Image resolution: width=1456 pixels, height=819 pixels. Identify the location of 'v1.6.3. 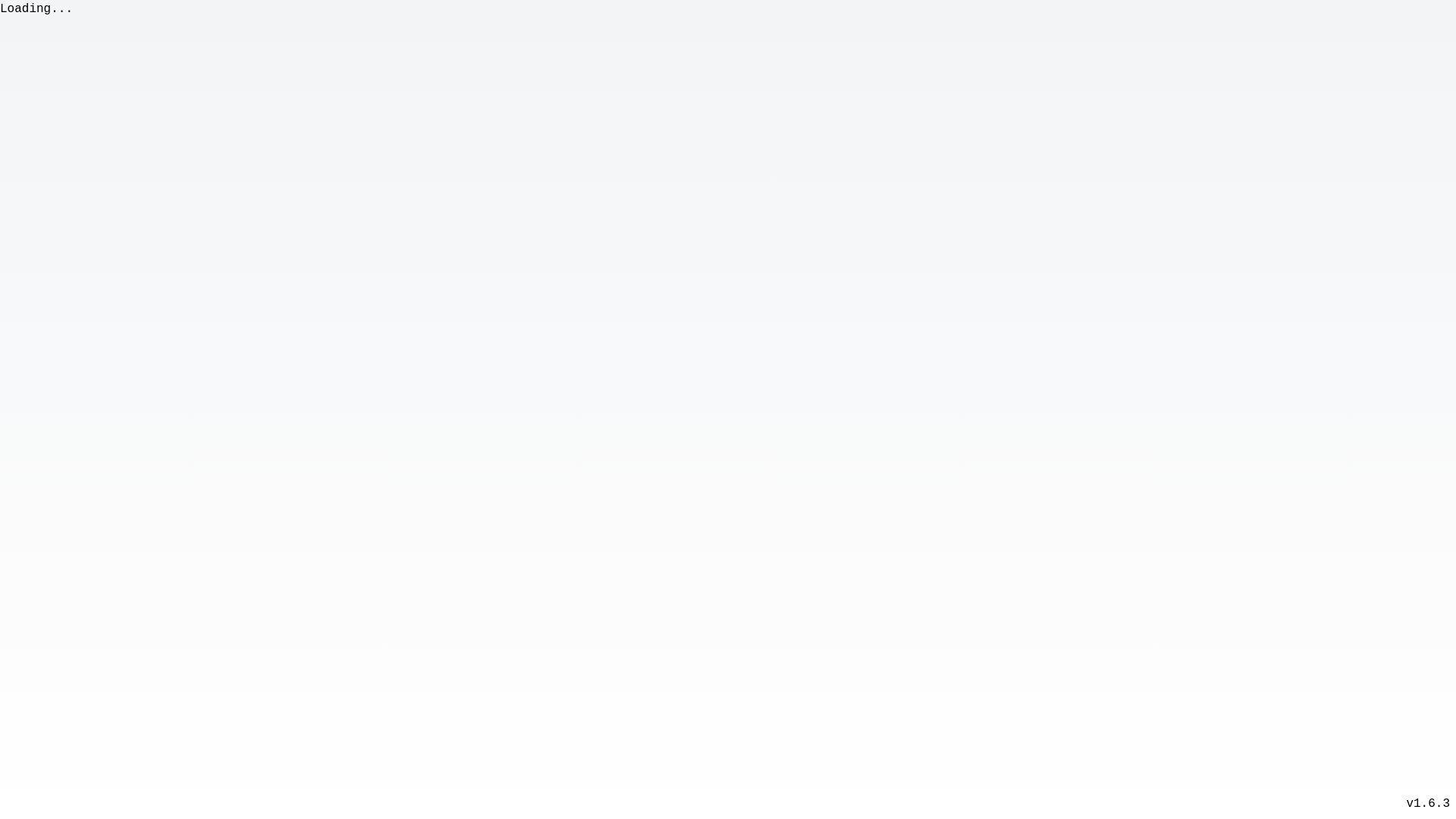
(1426, 803).